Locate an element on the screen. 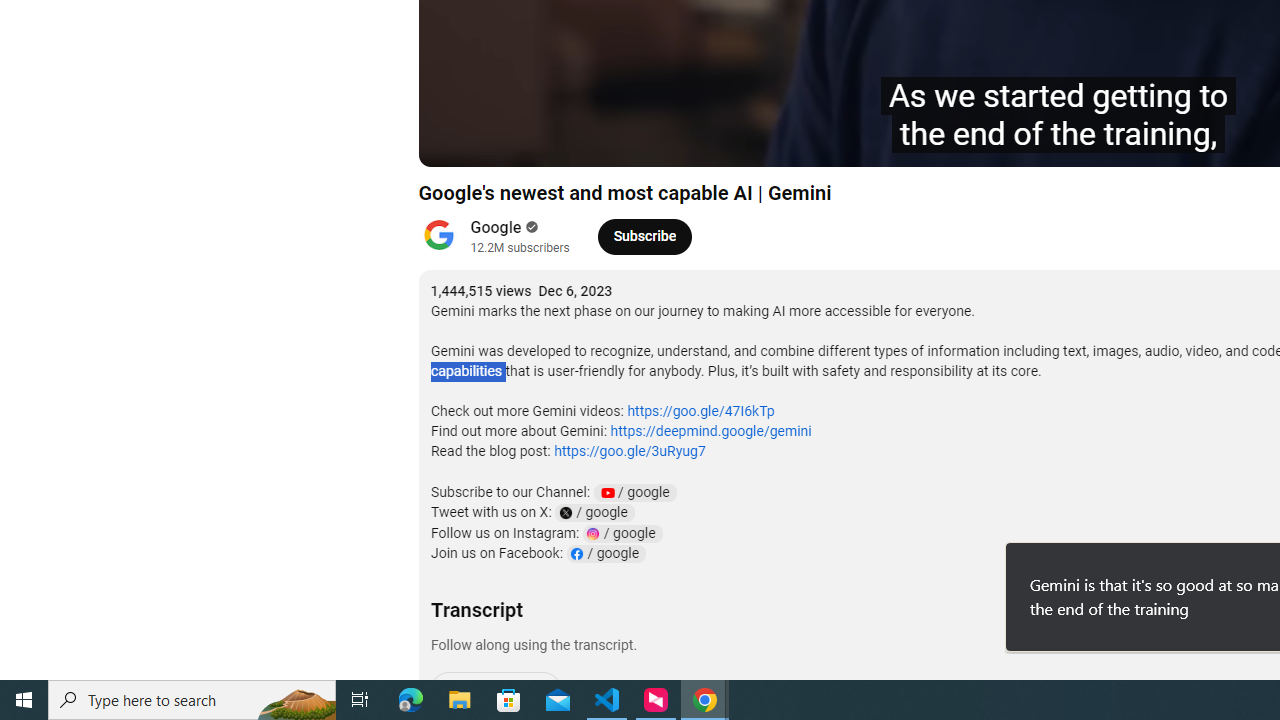  'Instagram Channel Link: google' is located at coordinates (621, 532).